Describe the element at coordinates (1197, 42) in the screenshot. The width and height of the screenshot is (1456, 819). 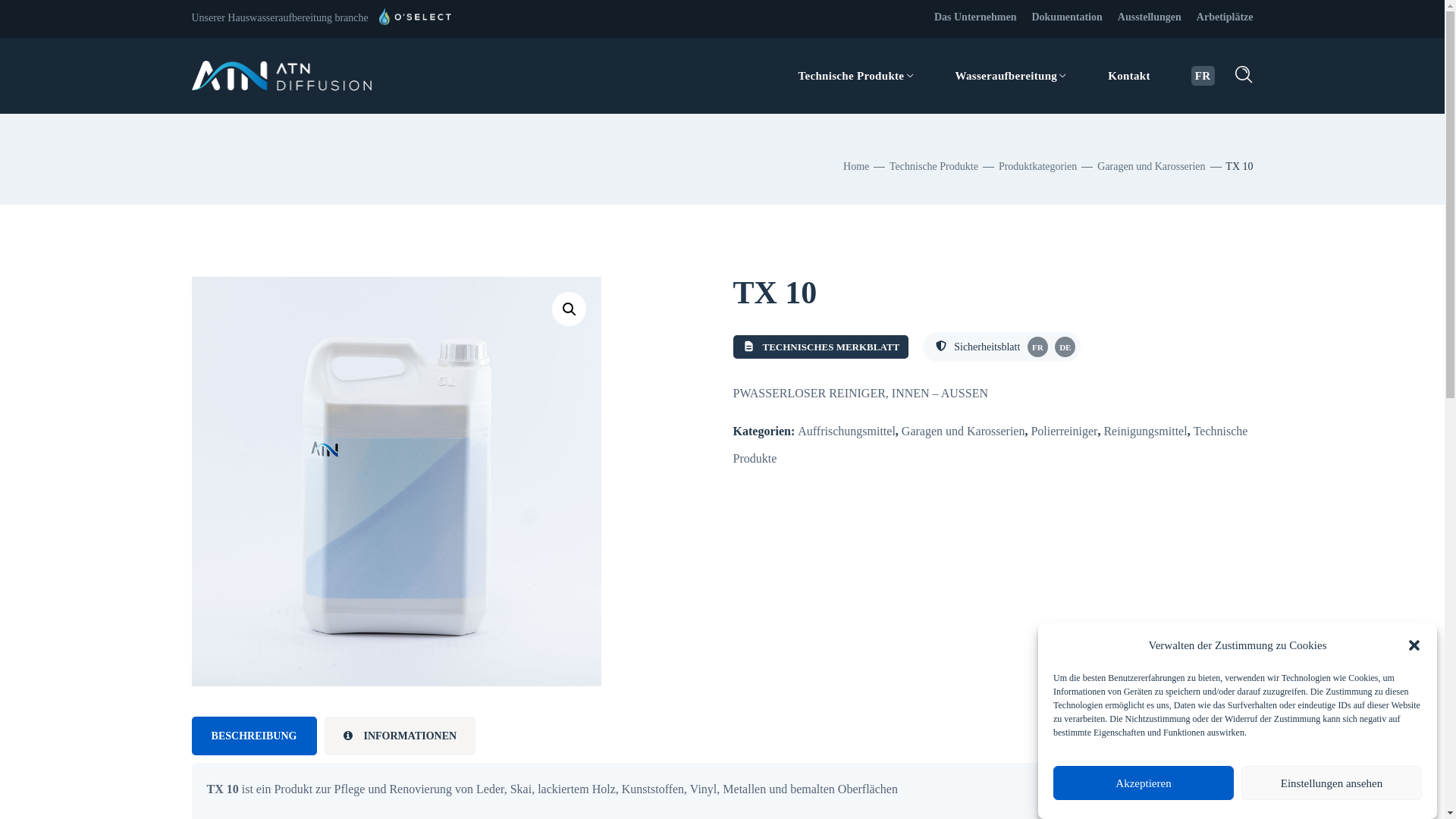
I see `'Suchen'` at that location.